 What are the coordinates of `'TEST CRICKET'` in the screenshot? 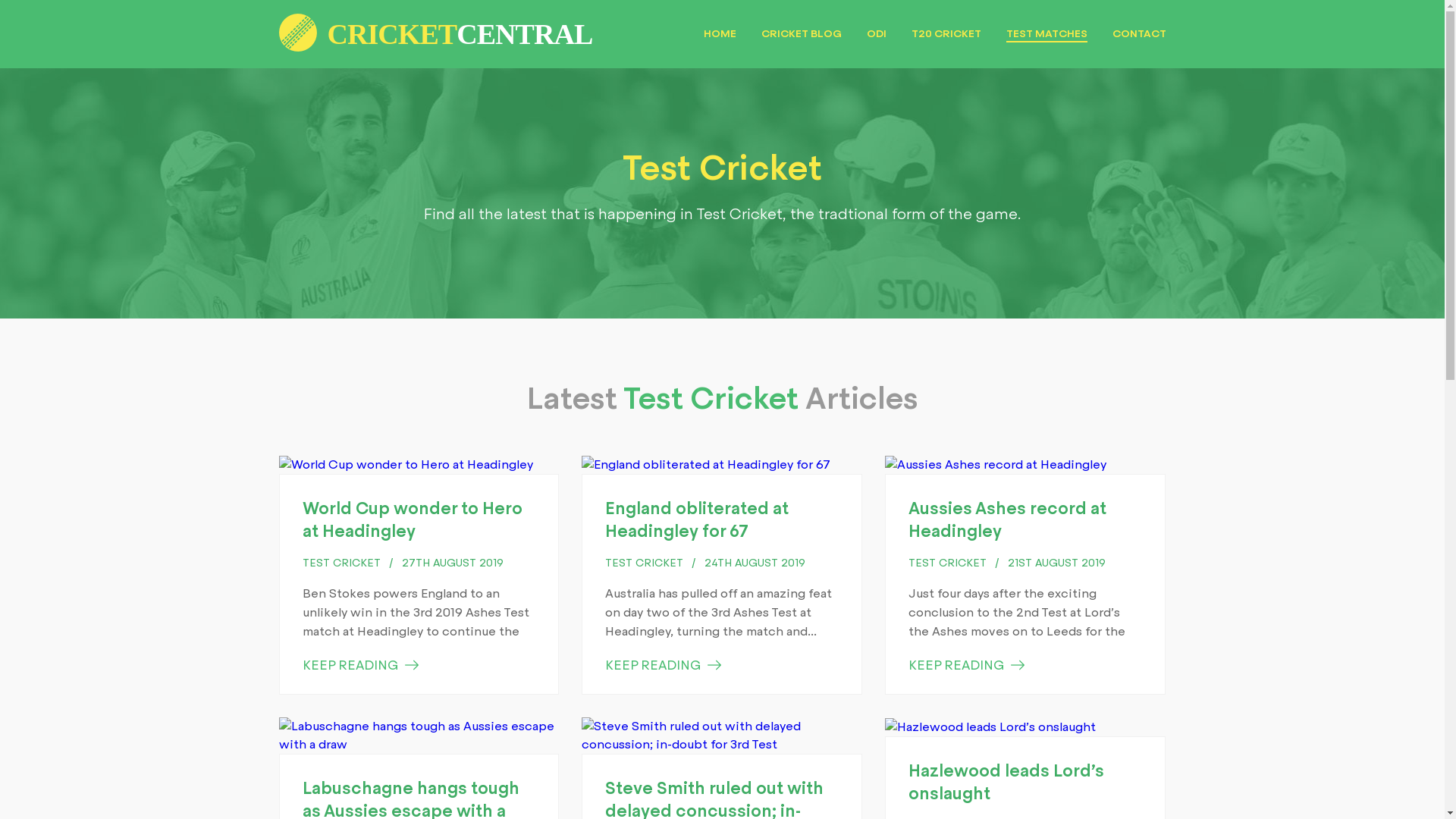 It's located at (946, 563).